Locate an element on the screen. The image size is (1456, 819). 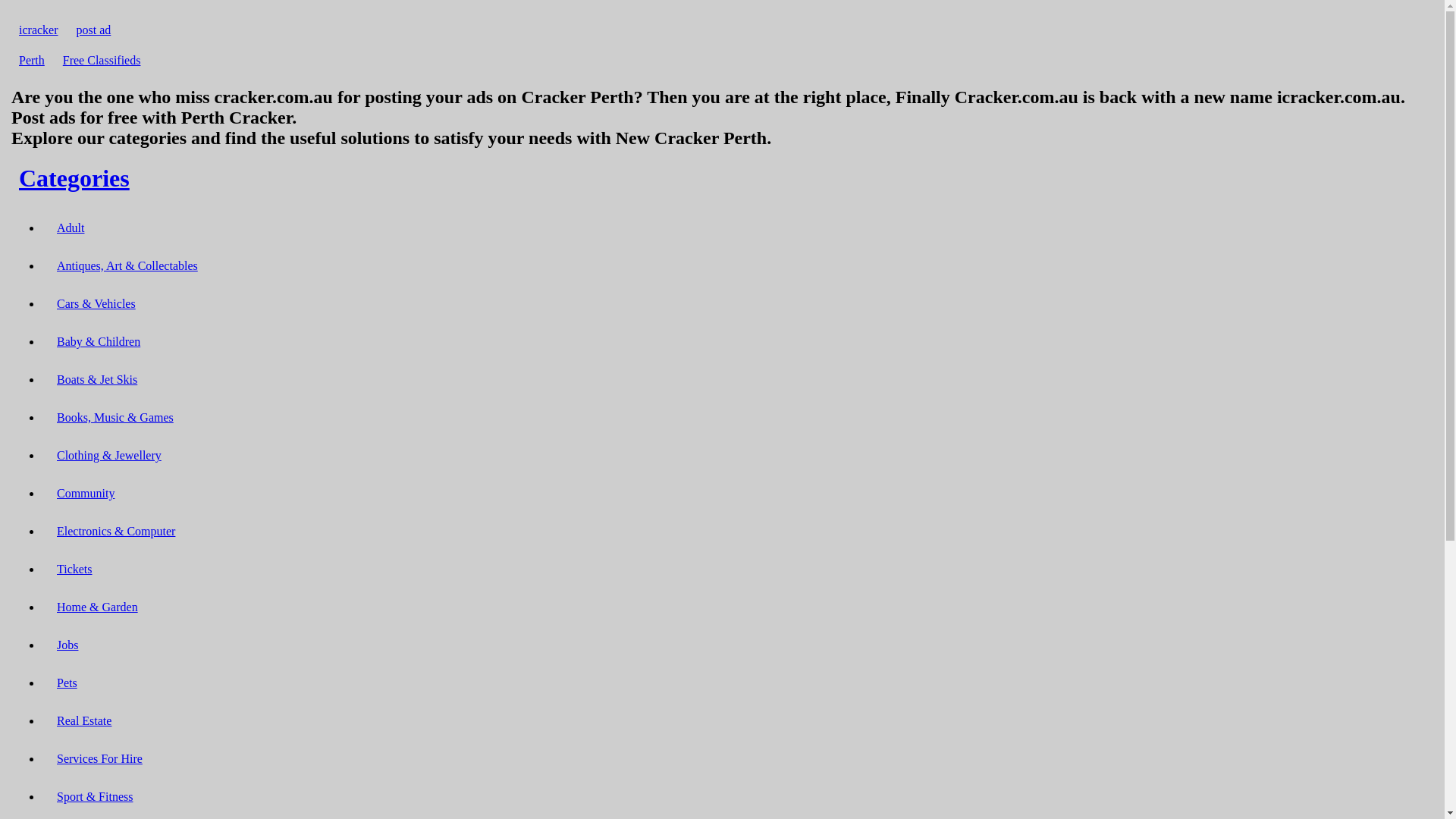
'Categories' is located at coordinates (73, 177).